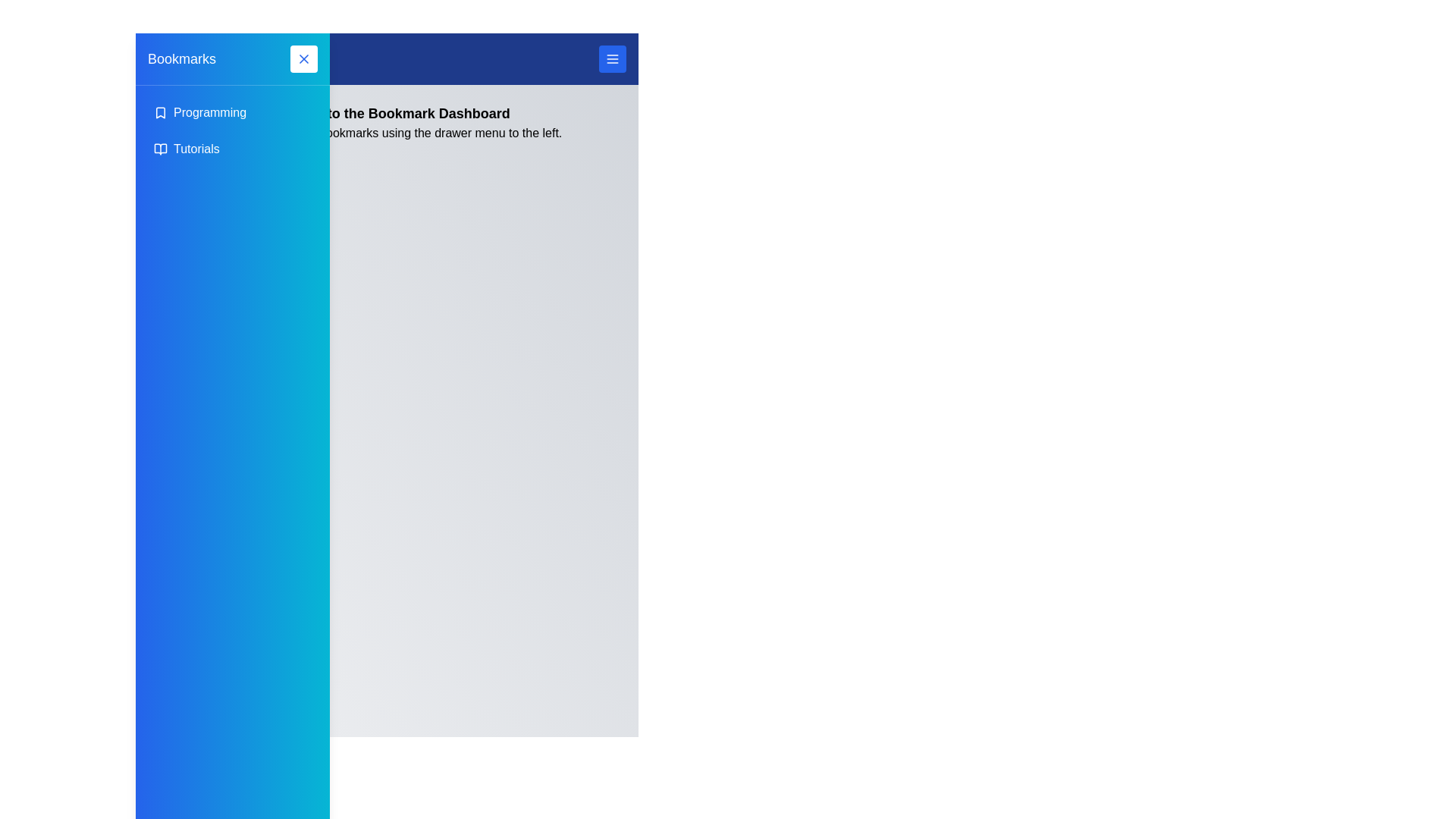 Image resolution: width=1456 pixels, height=819 pixels. What do you see at coordinates (160, 112) in the screenshot?
I see `the icon next to the 'Programming' label in the sidebar at the top, which serves as a visual indicator for a list item` at bounding box center [160, 112].